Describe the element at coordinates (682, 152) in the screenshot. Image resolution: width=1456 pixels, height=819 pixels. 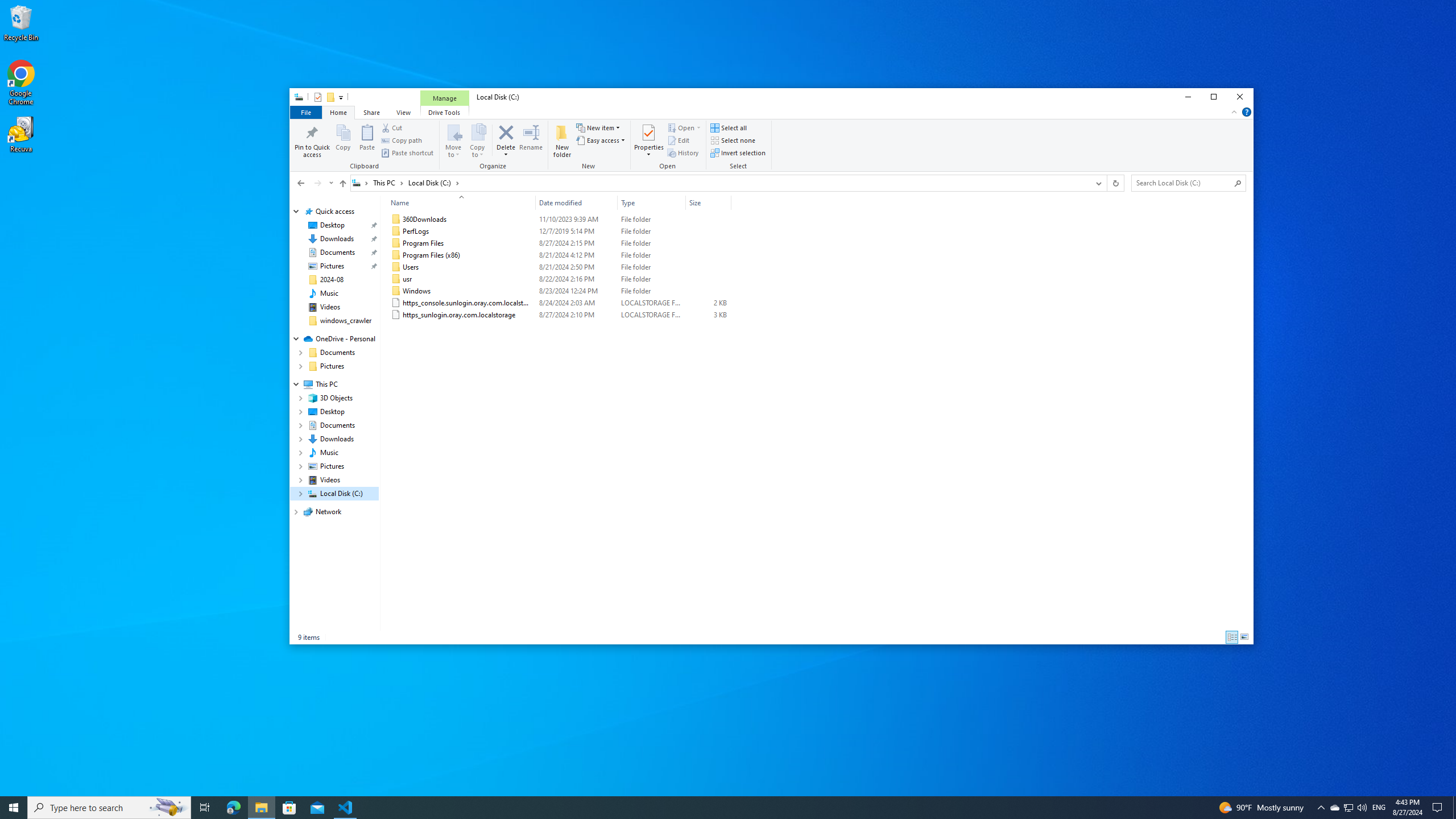
I see `'History'` at that location.